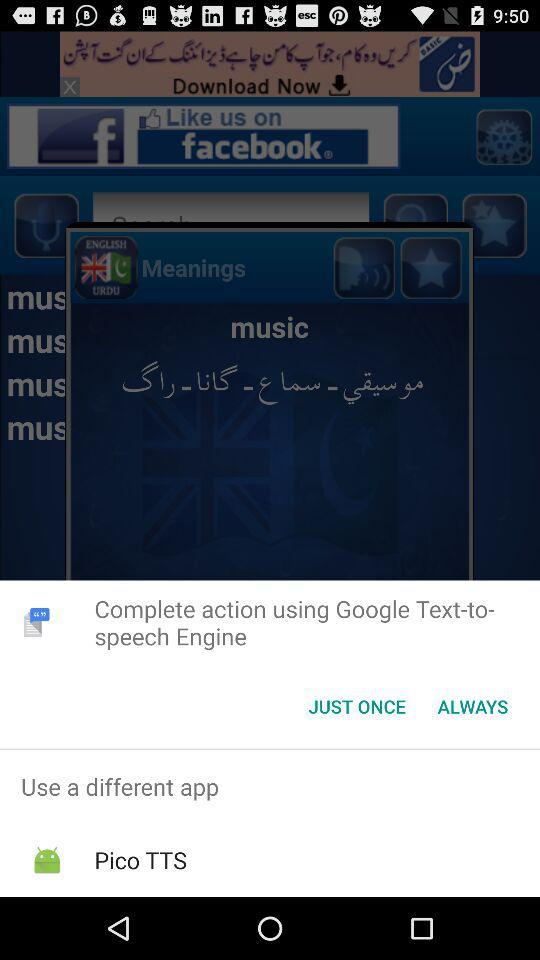 This screenshot has height=960, width=540. I want to click on the item next to the just once, so click(472, 706).